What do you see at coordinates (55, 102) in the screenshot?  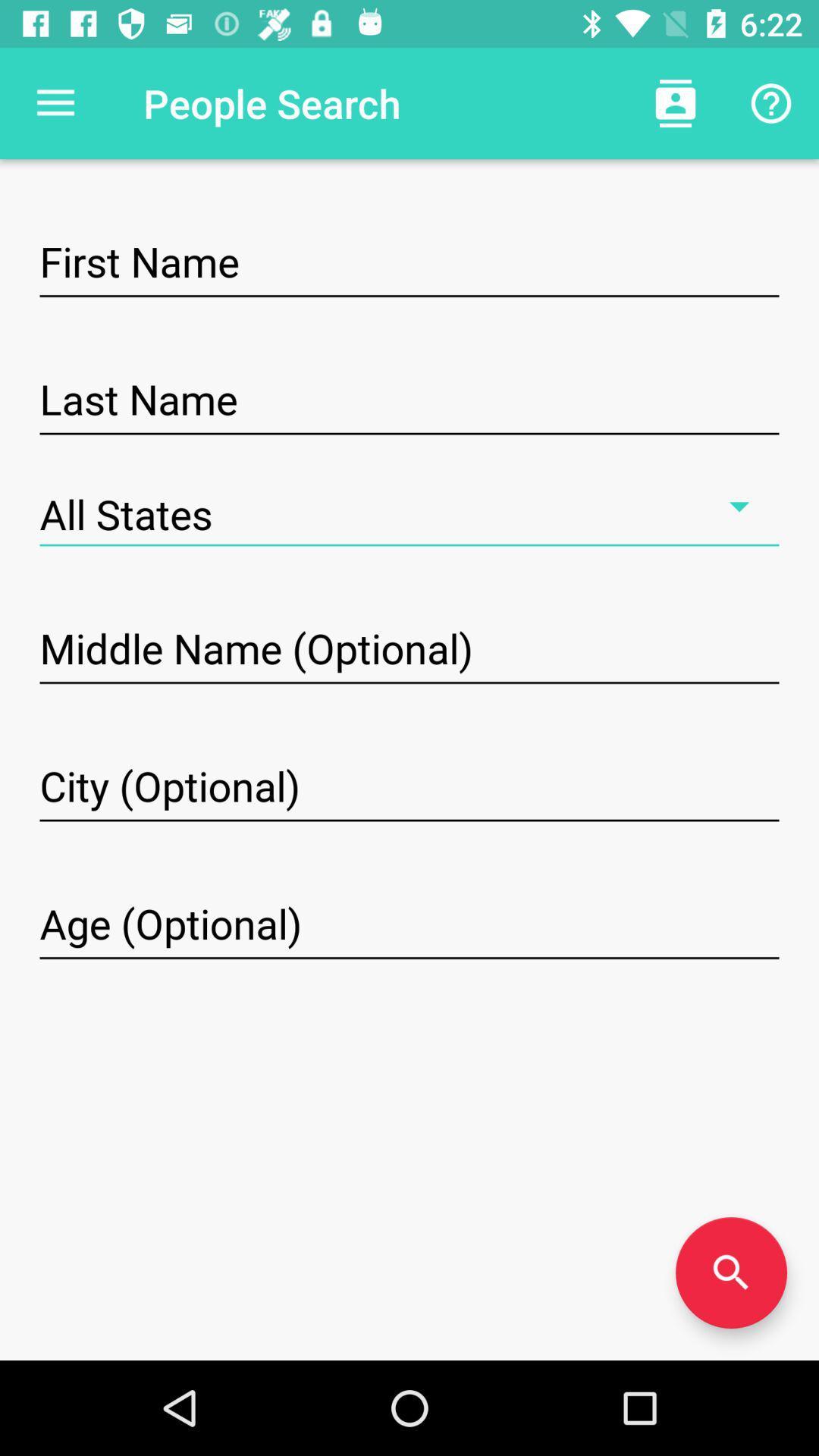 I see `the icon to the left of people search` at bounding box center [55, 102].